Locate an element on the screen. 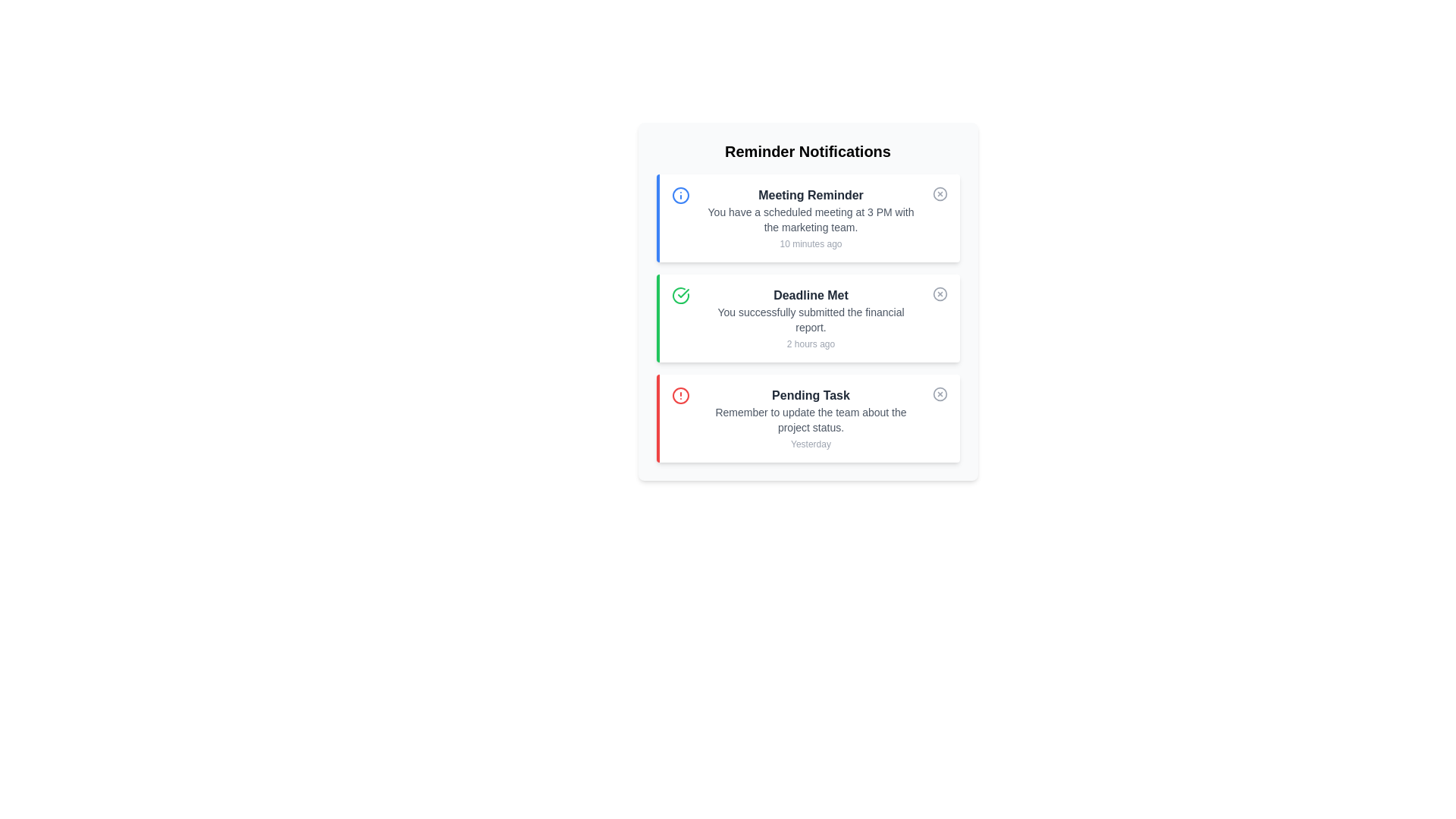 The width and height of the screenshot is (1456, 819). static text element that provides details about the 'Pending Task' notification, located in the third notification card at the bottom of the list is located at coordinates (810, 420).